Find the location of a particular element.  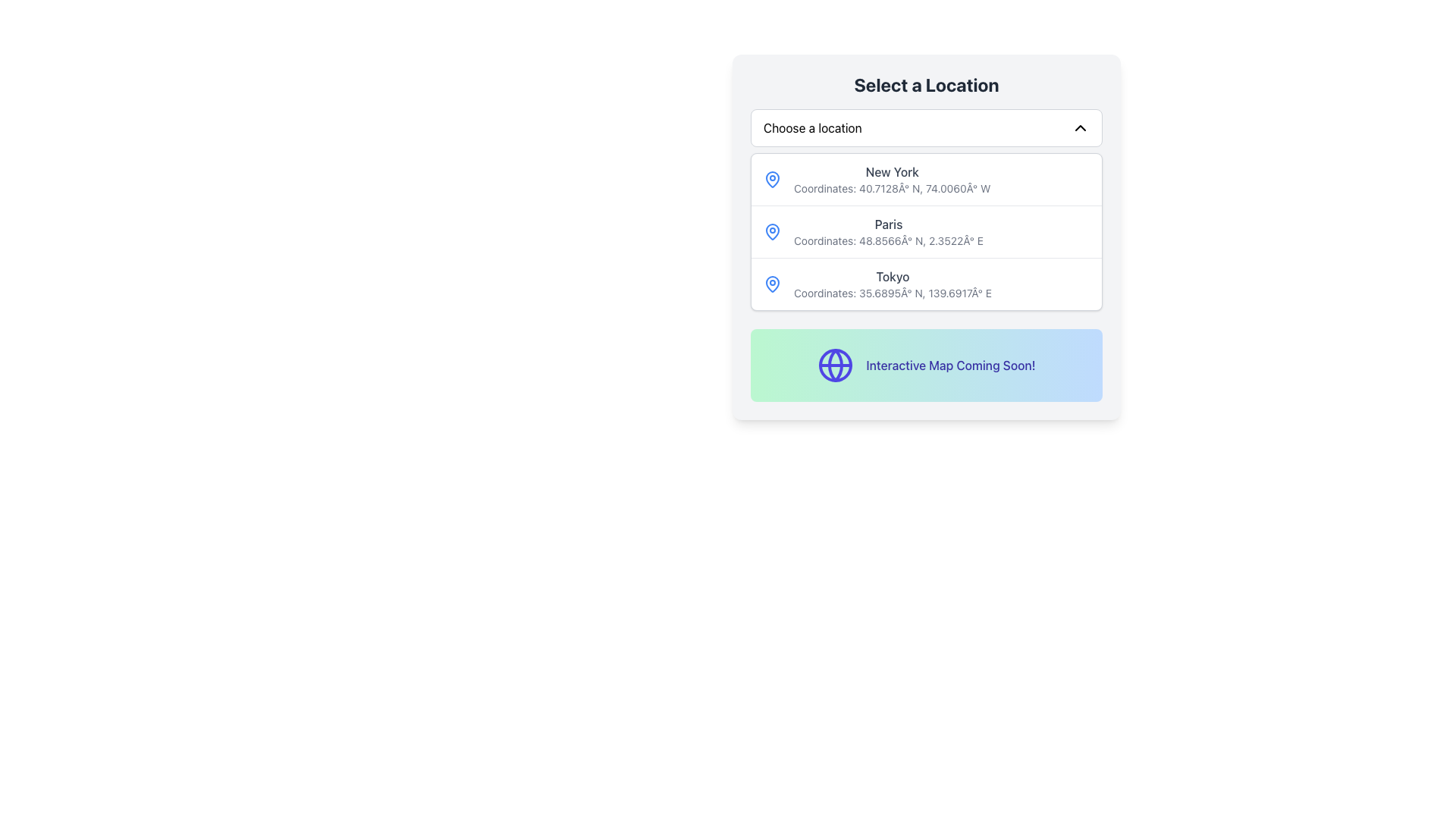

text label displaying 'Paris', which is prominently styled in gray and located in the second position of a list of location options is located at coordinates (888, 224).